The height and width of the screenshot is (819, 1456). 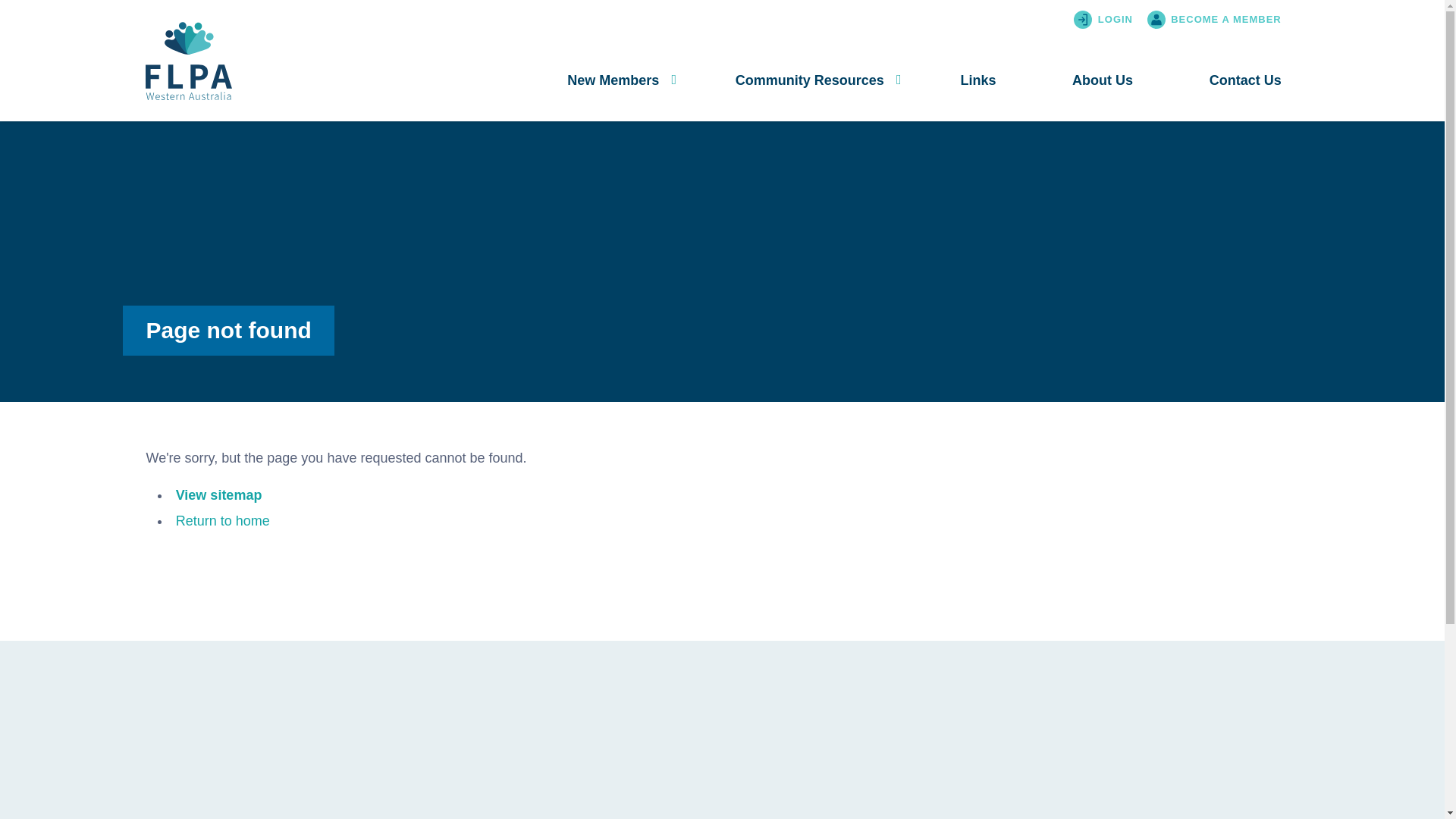 What do you see at coordinates (613, 80) in the screenshot?
I see `'New Members'` at bounding box center [613, 80].